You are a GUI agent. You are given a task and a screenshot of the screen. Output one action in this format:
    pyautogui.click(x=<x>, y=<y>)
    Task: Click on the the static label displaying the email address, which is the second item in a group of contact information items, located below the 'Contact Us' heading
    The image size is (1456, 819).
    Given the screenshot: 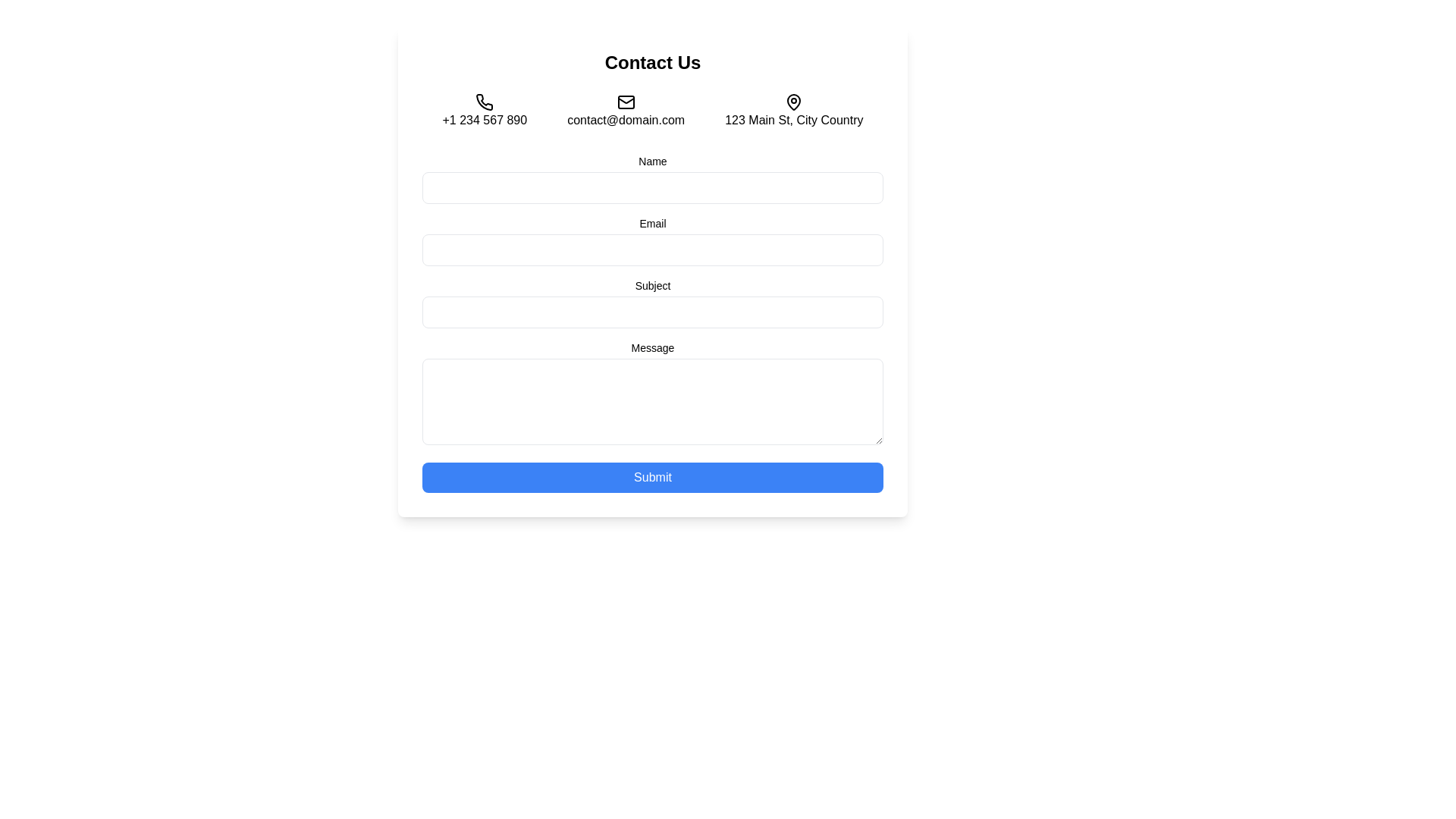 What is the action you would take?
    pyautogui.click(x=626, y=110)
    